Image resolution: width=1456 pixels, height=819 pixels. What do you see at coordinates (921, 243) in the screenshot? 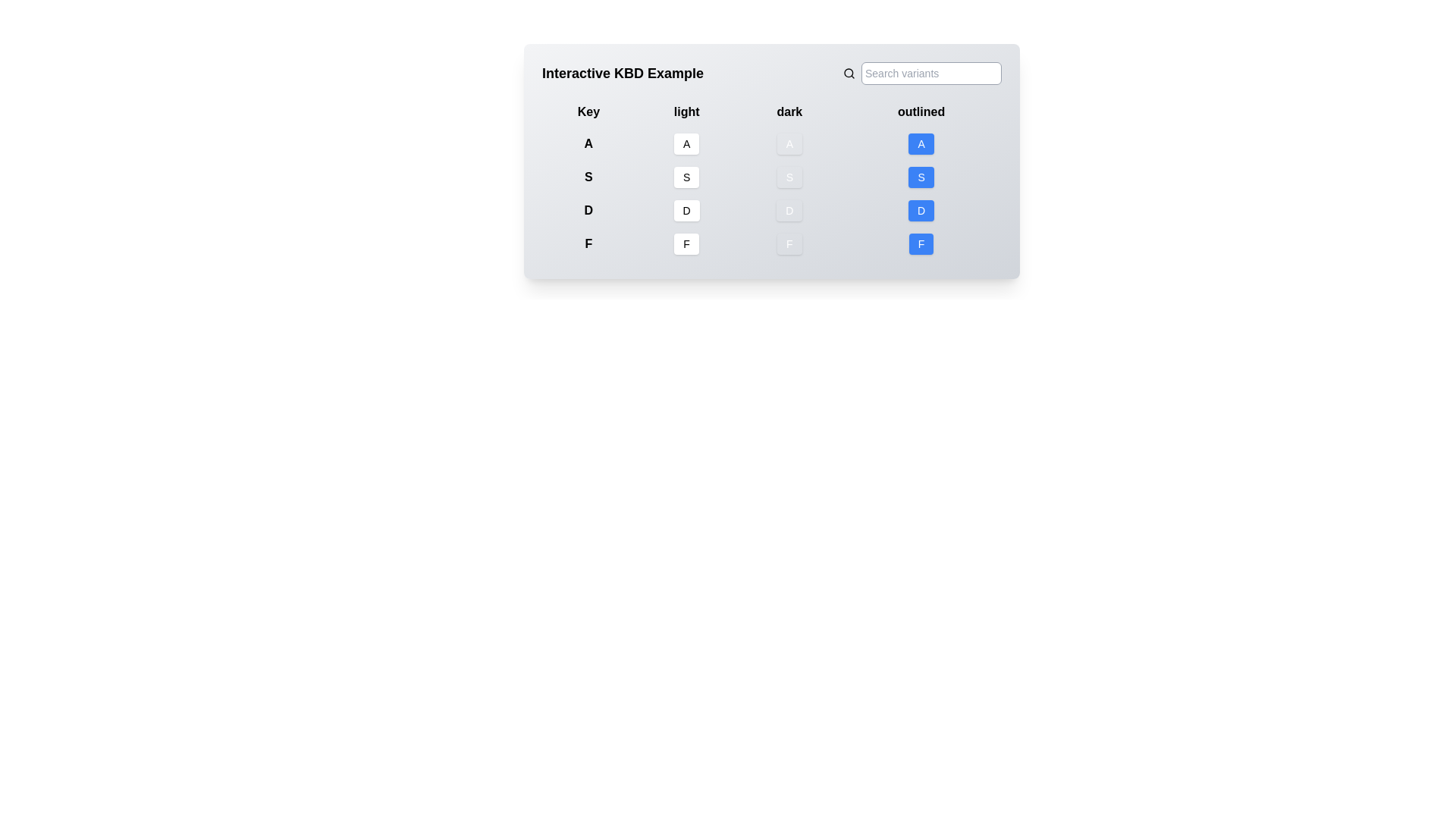
I see `the button labeled 'F', which is the fourth button in the outlined column located at the bottom right of the interface` at bounding box center [921, 243].